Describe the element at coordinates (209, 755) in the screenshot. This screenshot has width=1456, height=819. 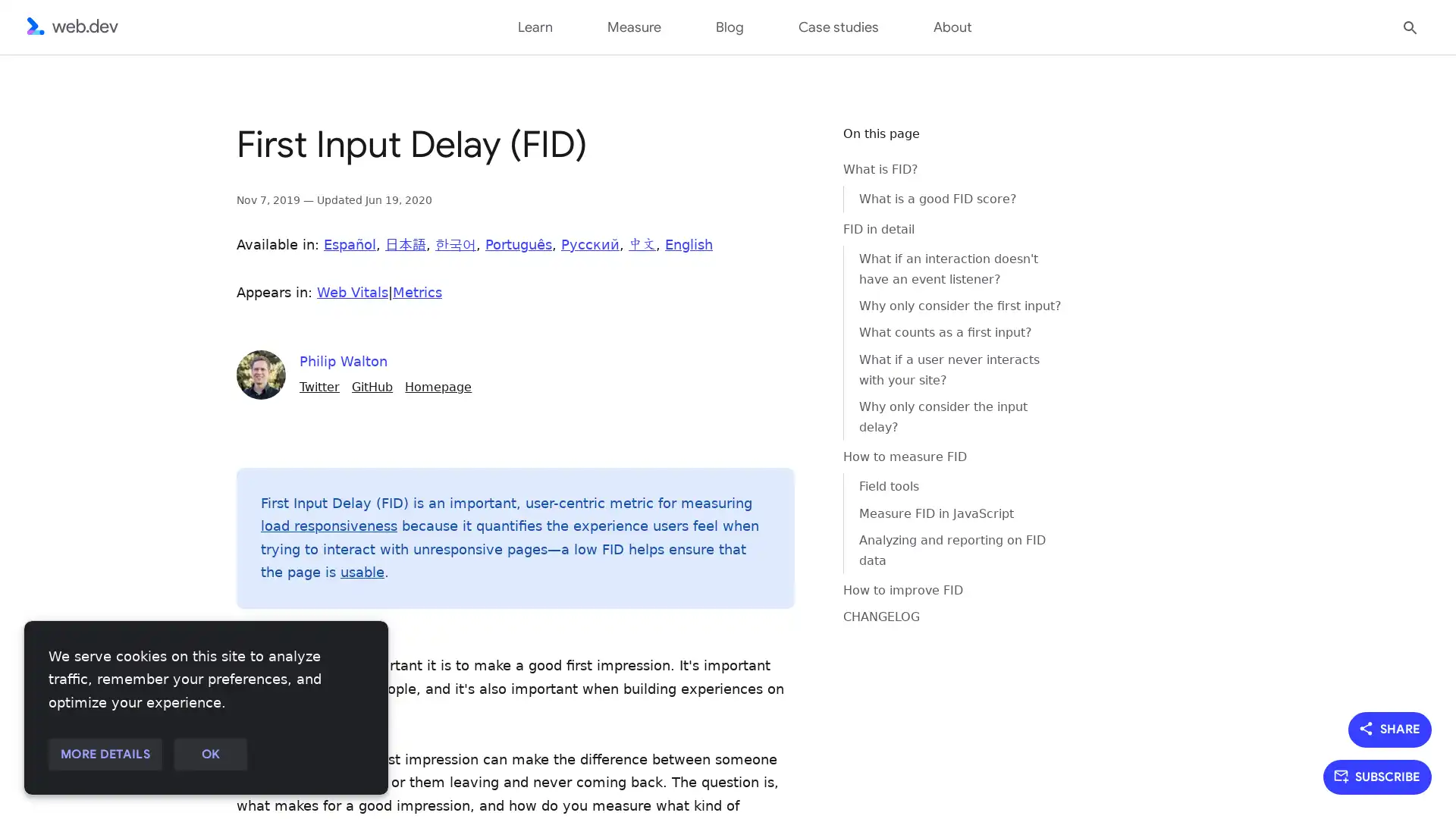
I see `OK` at that location.